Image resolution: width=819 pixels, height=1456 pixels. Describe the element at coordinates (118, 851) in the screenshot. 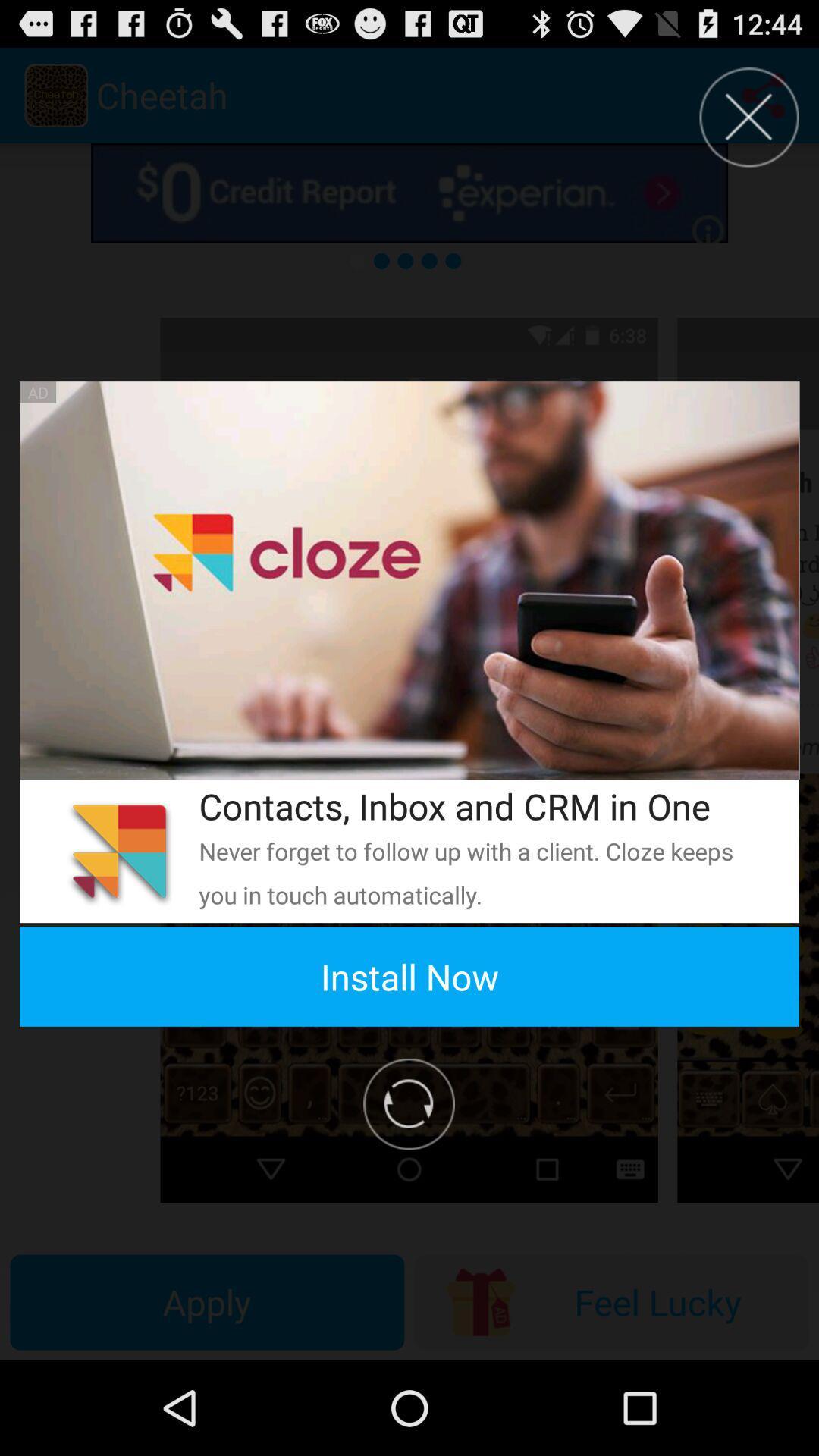

I see `the icon on the left` at that location.